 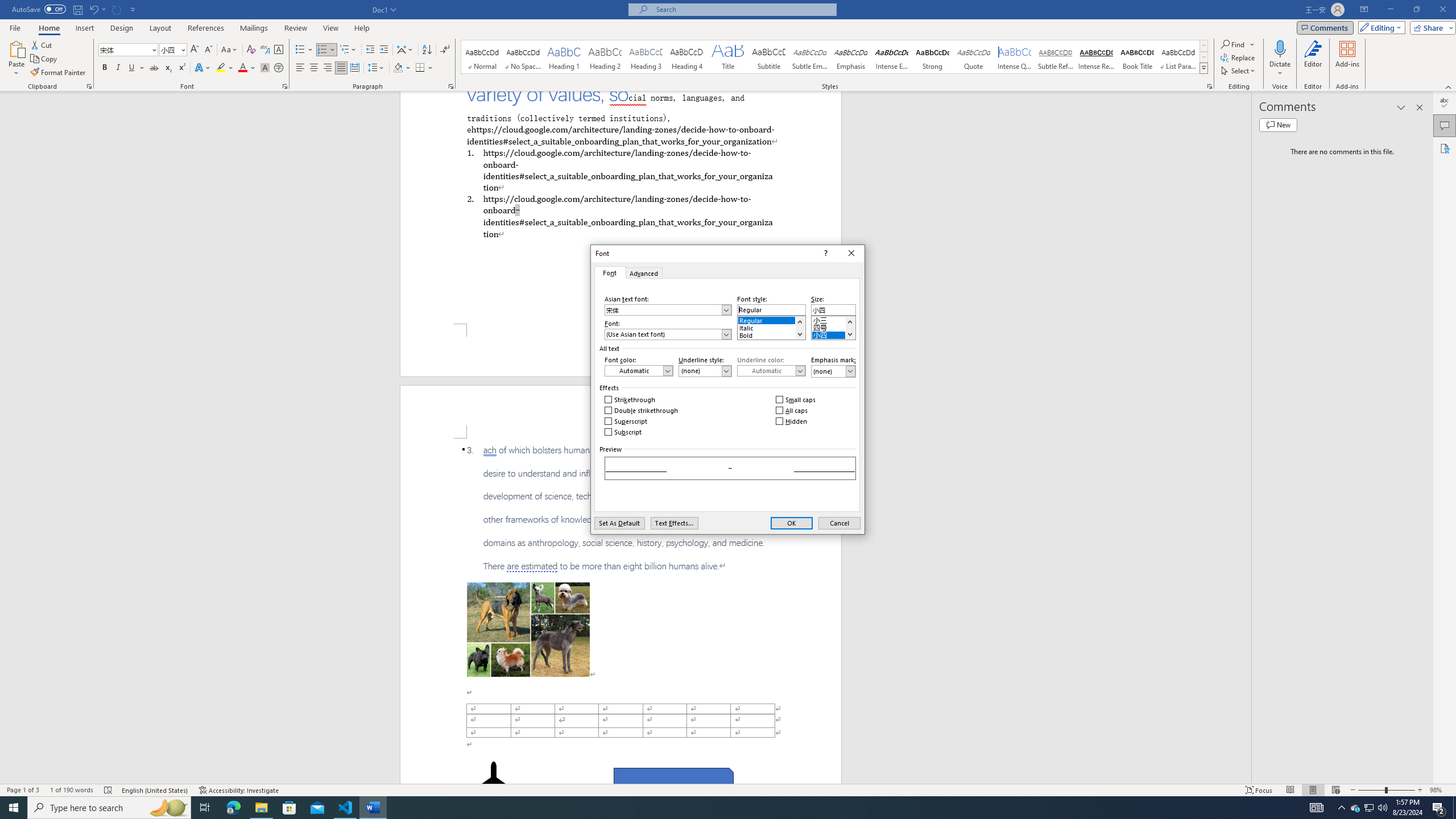 I want to click on 'Undo Apply Quick Style', so click(x=93, y=9).